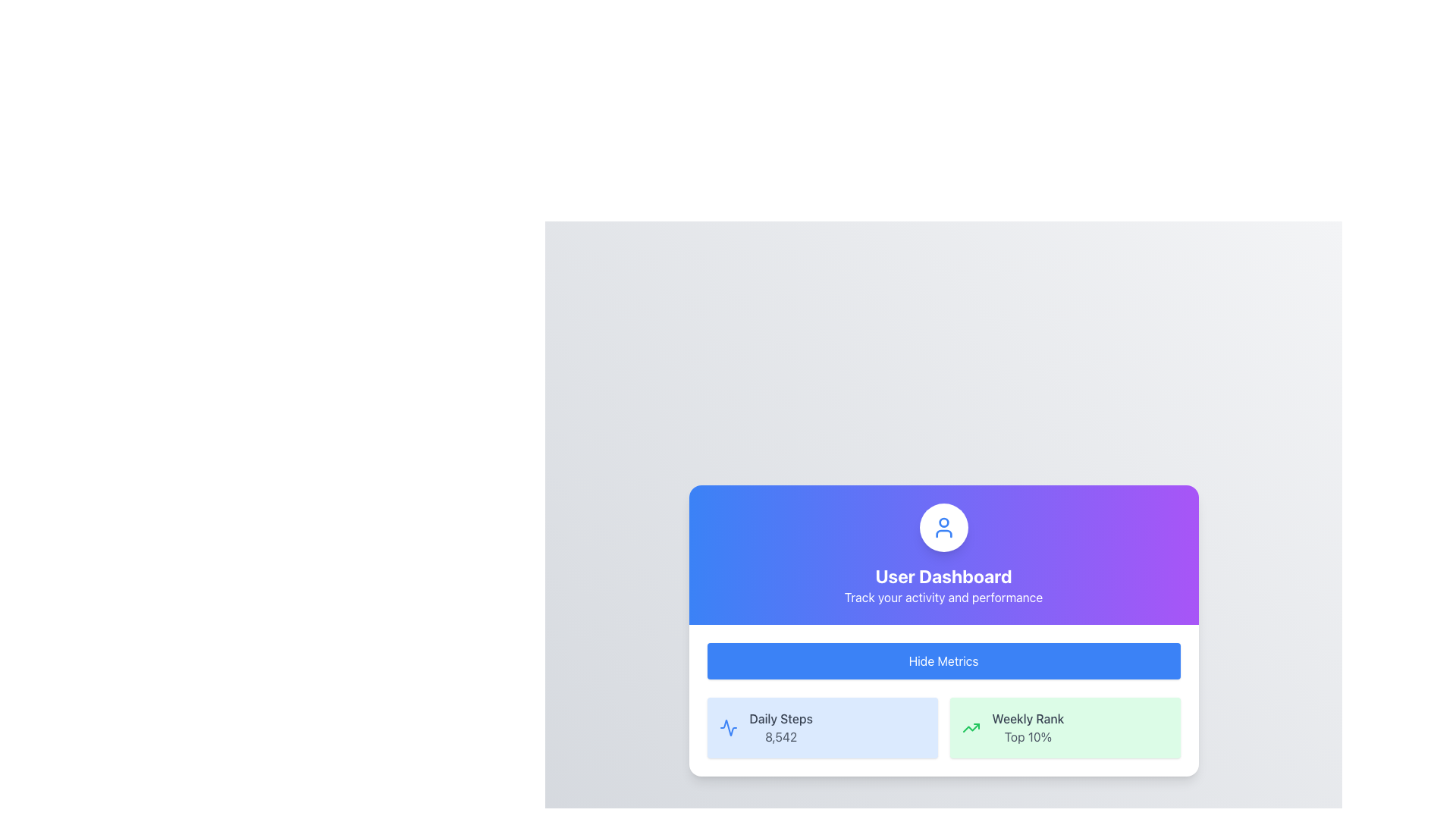  I want to click on displayed value of the numeric display for the daily step count, located below the 'Daily Steps' label on the blue card in the bottom-left section of the dashboard interface, so click(781, 736).